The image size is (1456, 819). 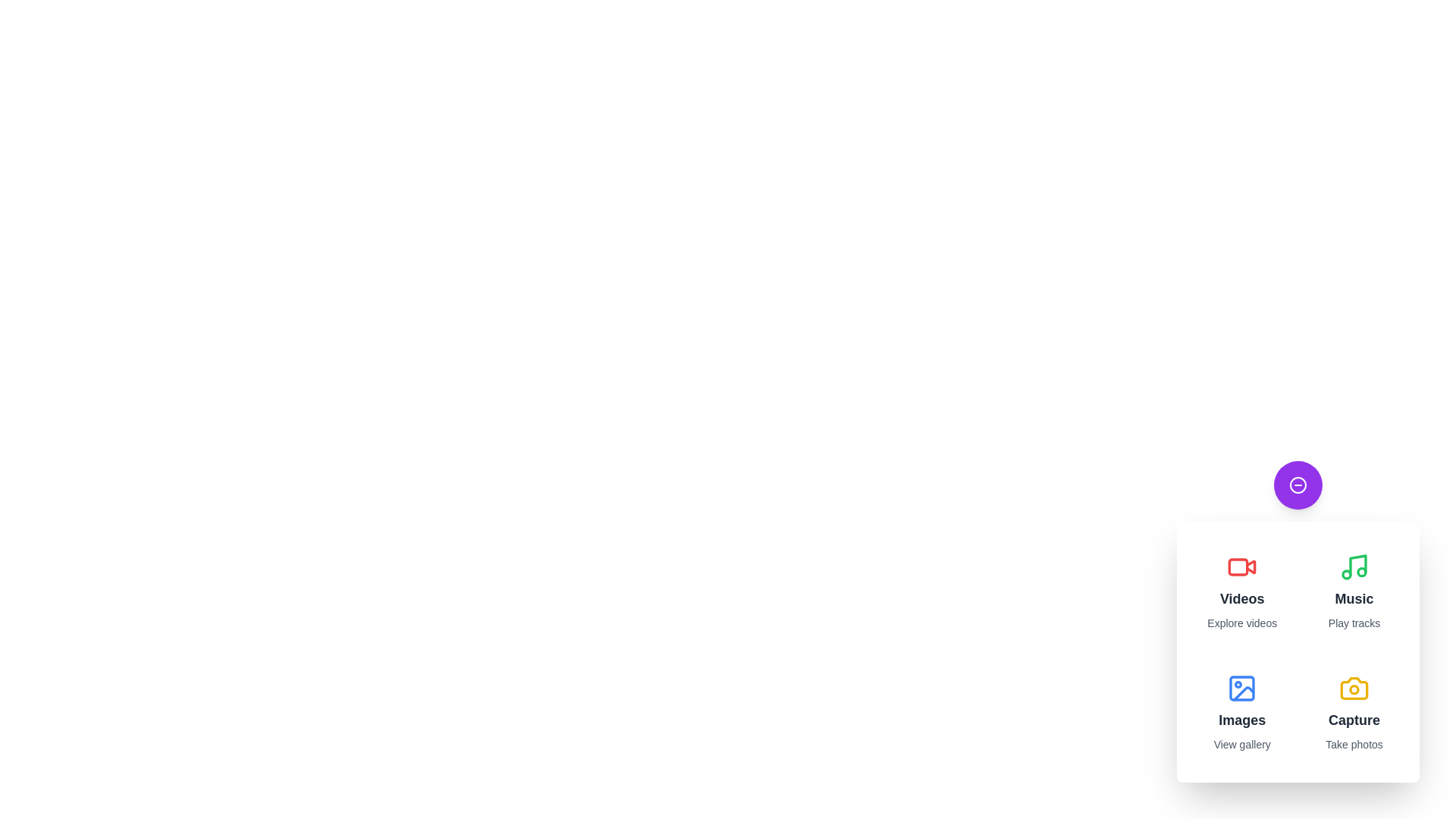 What do you see at coordinates (1354, 713) in the screenshot?
I see `the 'Capture' button to select the option for taking photos` at bounding box center [1354, 713].